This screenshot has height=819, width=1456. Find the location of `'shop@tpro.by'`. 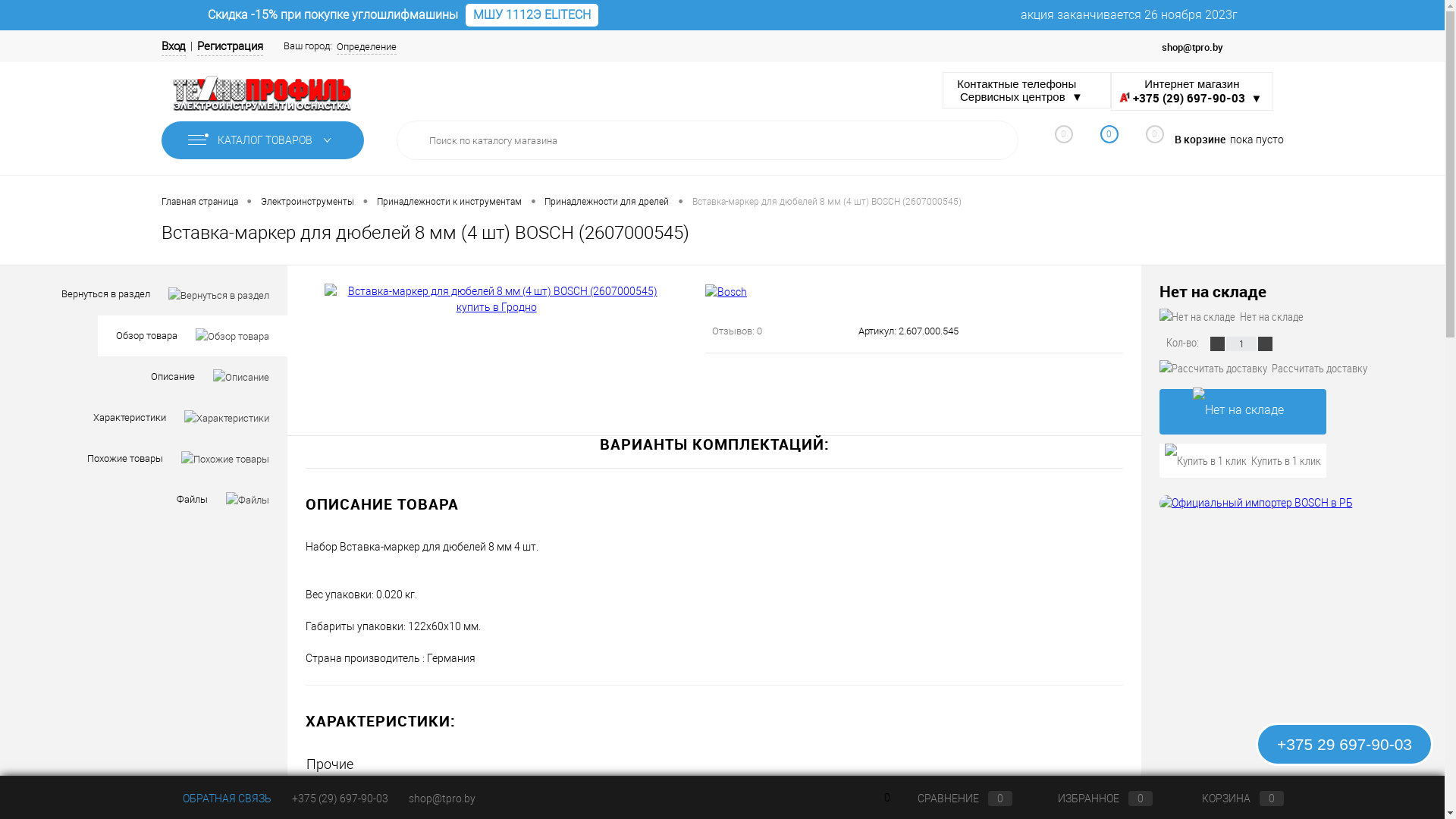

'shop@tpro.by' is located at coordinates (440, 798).